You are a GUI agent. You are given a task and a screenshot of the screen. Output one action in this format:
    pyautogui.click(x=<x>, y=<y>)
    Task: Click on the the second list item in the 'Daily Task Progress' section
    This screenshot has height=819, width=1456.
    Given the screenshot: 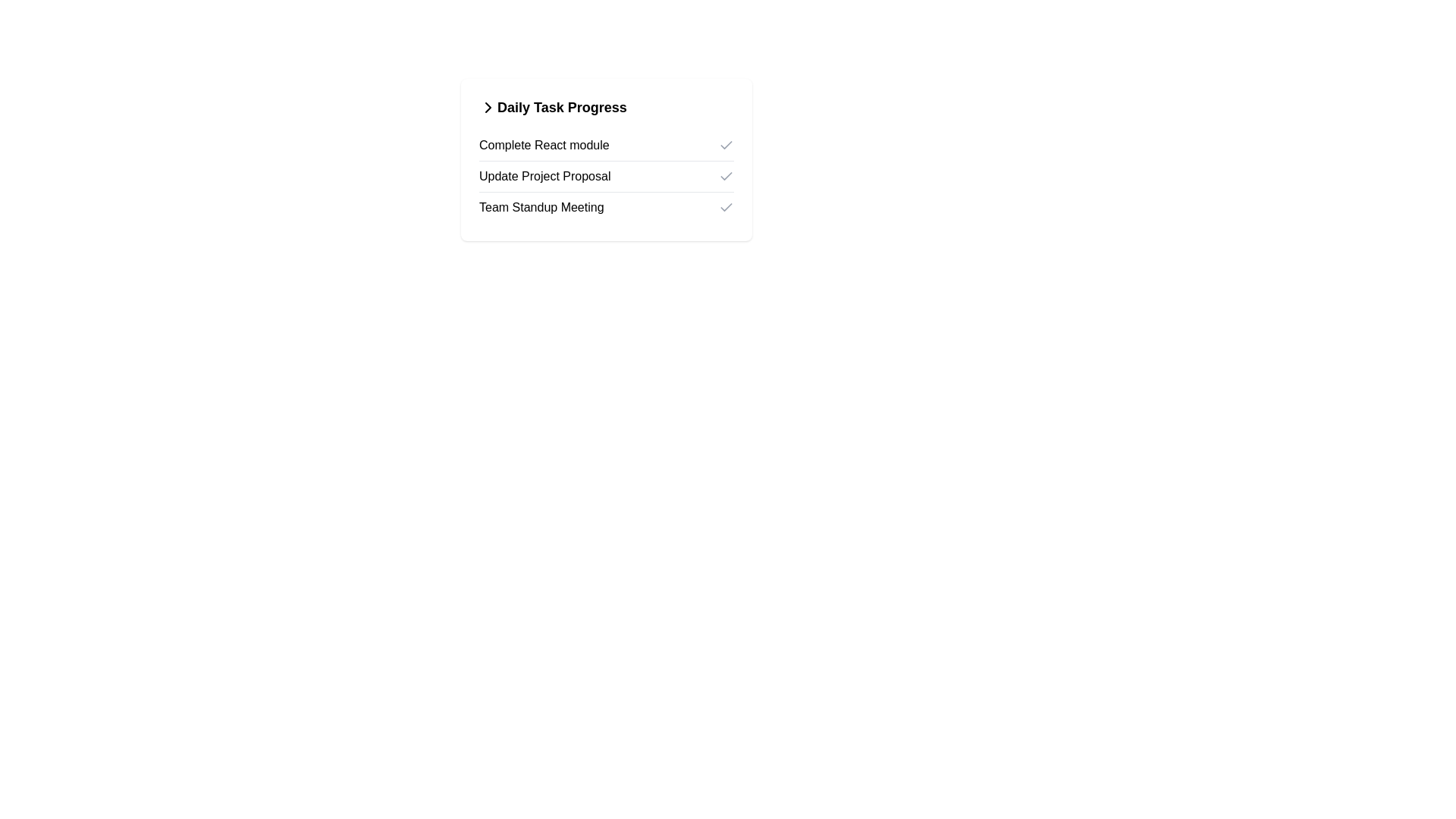 What is the action you would take?
    pyautogui.click(x=607, y=175)
    